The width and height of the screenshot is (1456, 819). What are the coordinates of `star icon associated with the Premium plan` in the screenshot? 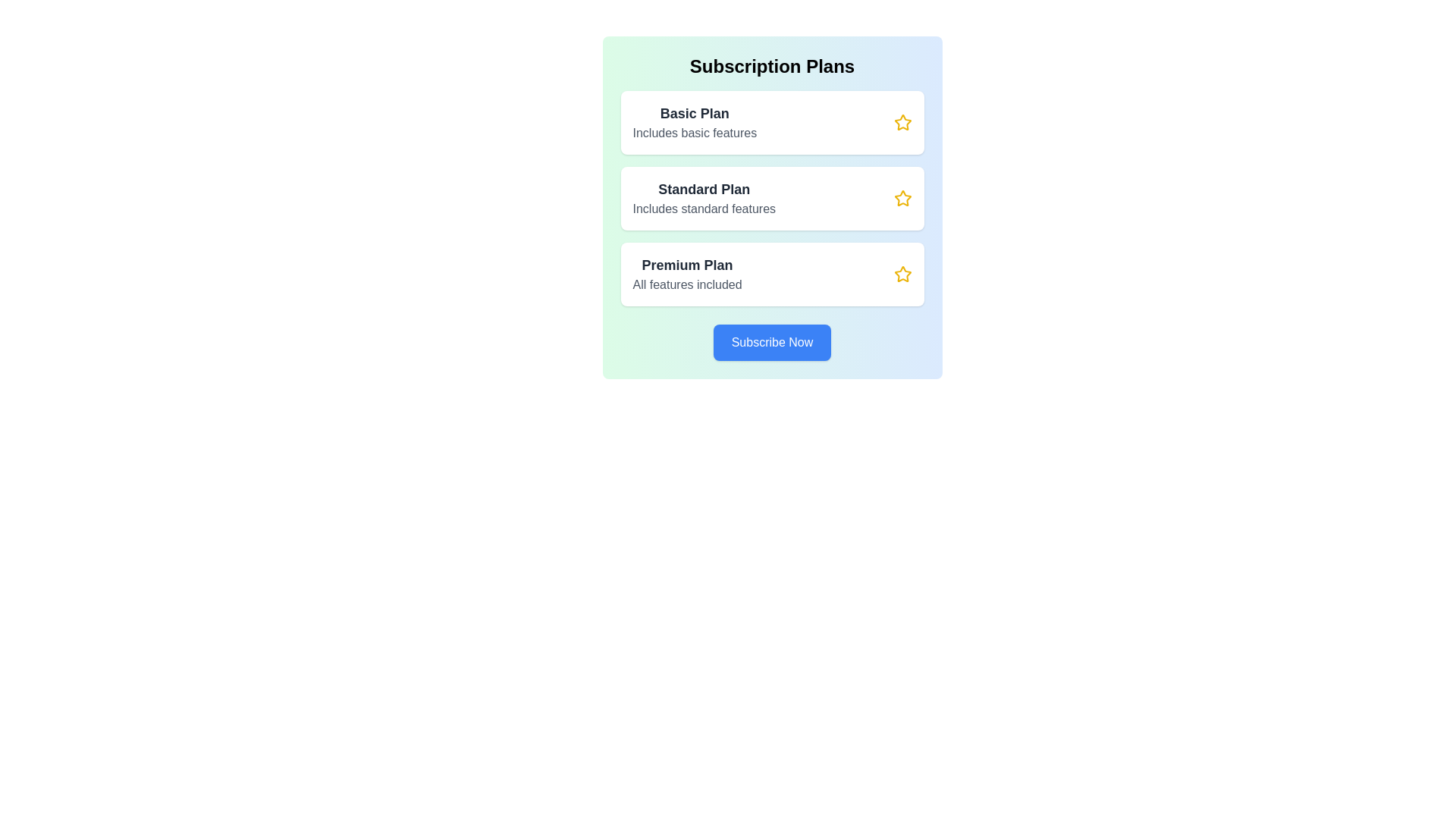 It's located at (902, 275).